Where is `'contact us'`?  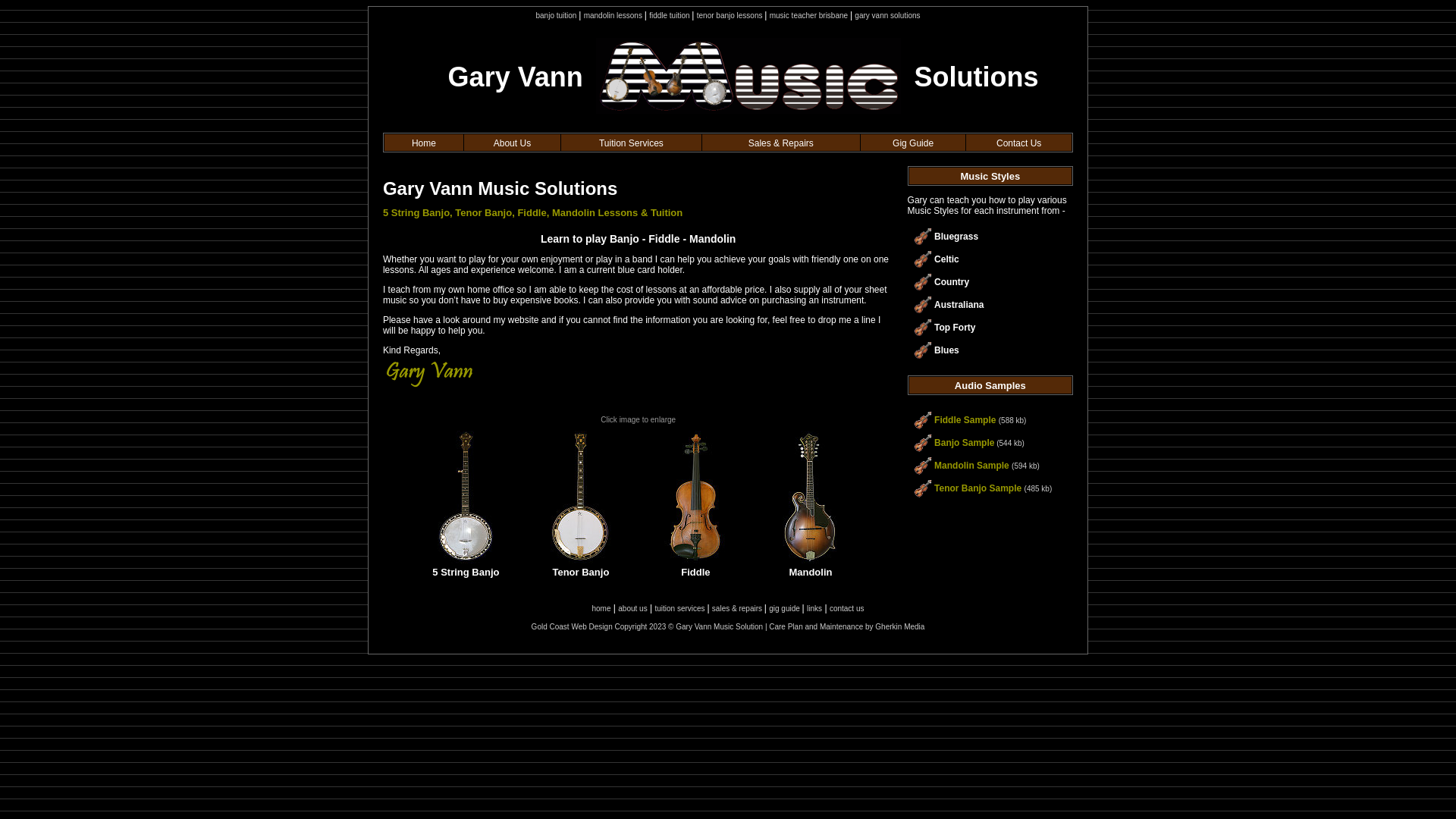 'contact us' is located at coordinates (829, 607).